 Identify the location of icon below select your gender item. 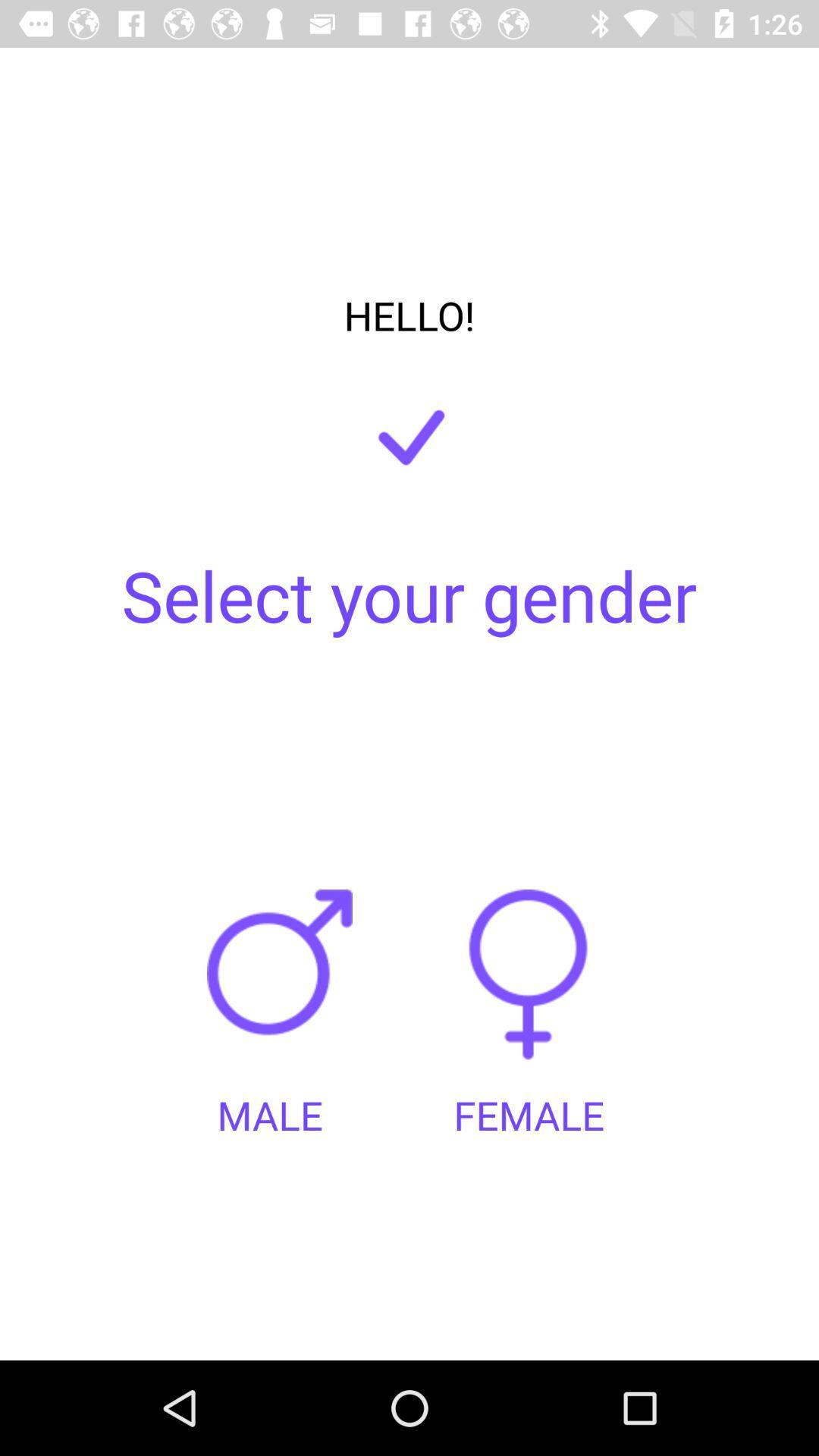
(528, 989).